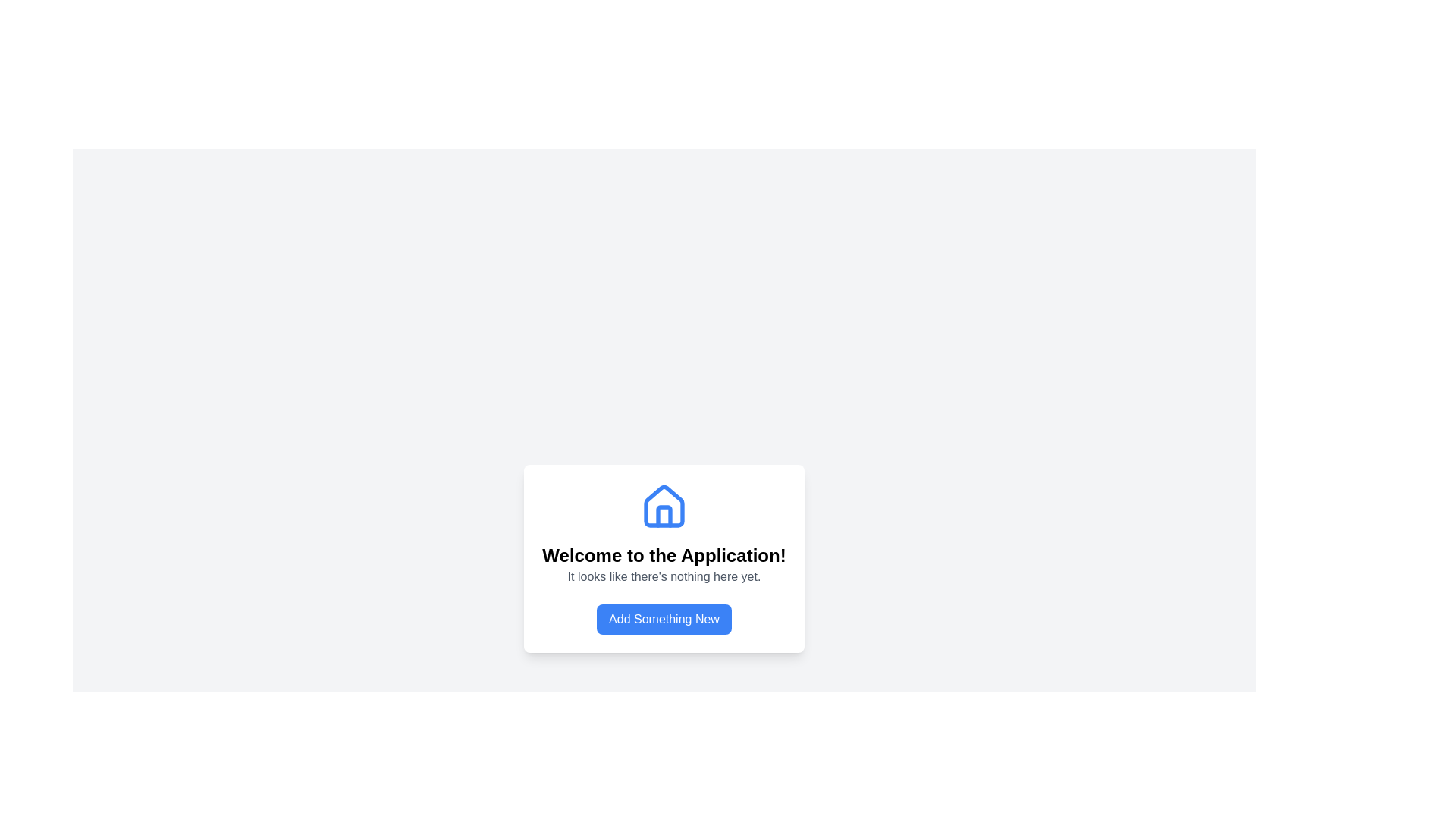 This screenshot has width=1456, height=819. I want to click on the text label that reads 'It looks like there's nothing here yet.' which is centrally aligned and positioned beneath the title 'Welcome to the Application!' and above the button 'Add Something New.', so click(664, 576).